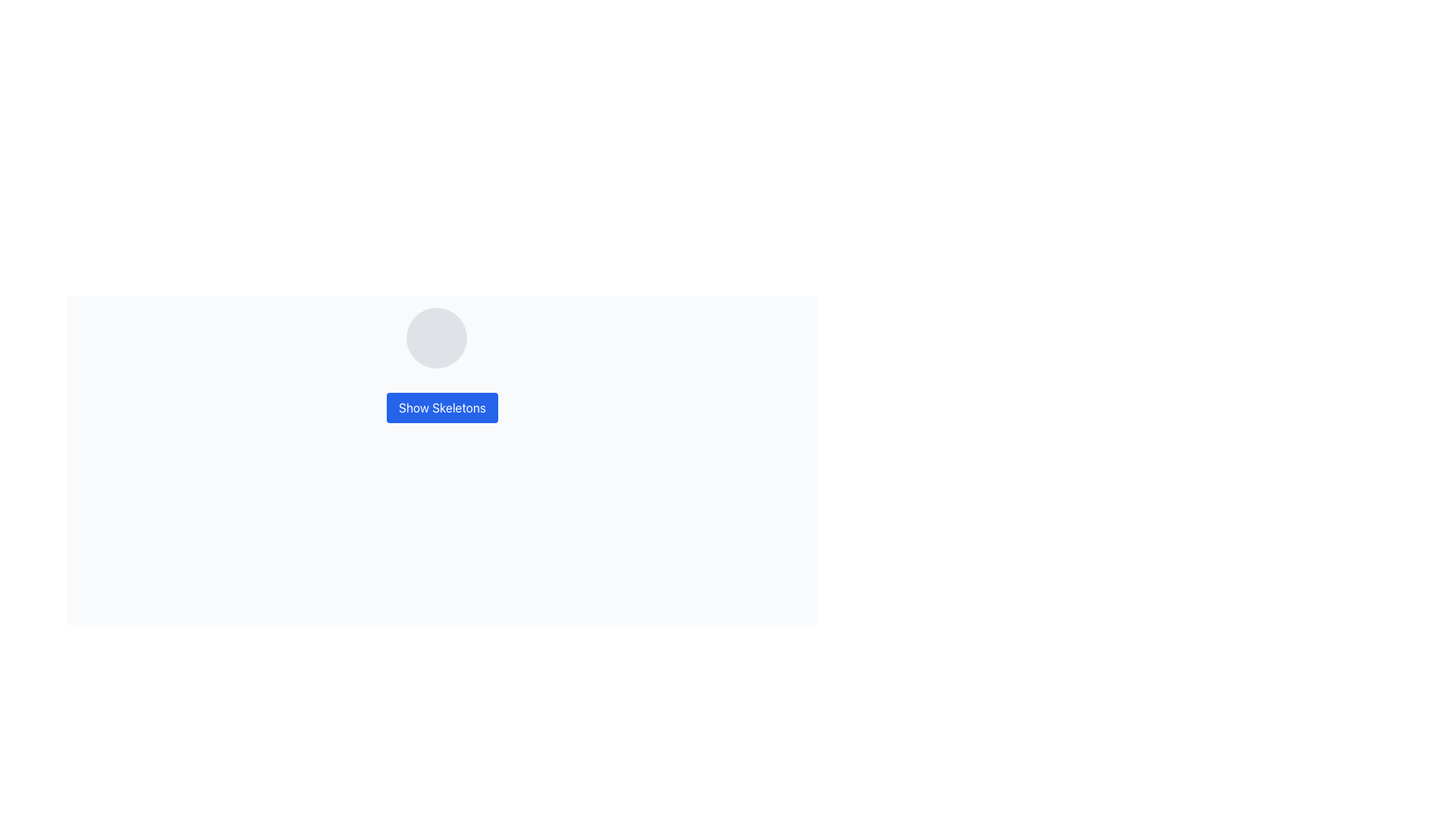  Describe the element at coordinates (441, 337) in the screenshot. I see `the skeleton or placeholder element that indicates a loading state, positioned above the 'Show Skeletons' button` at that location.